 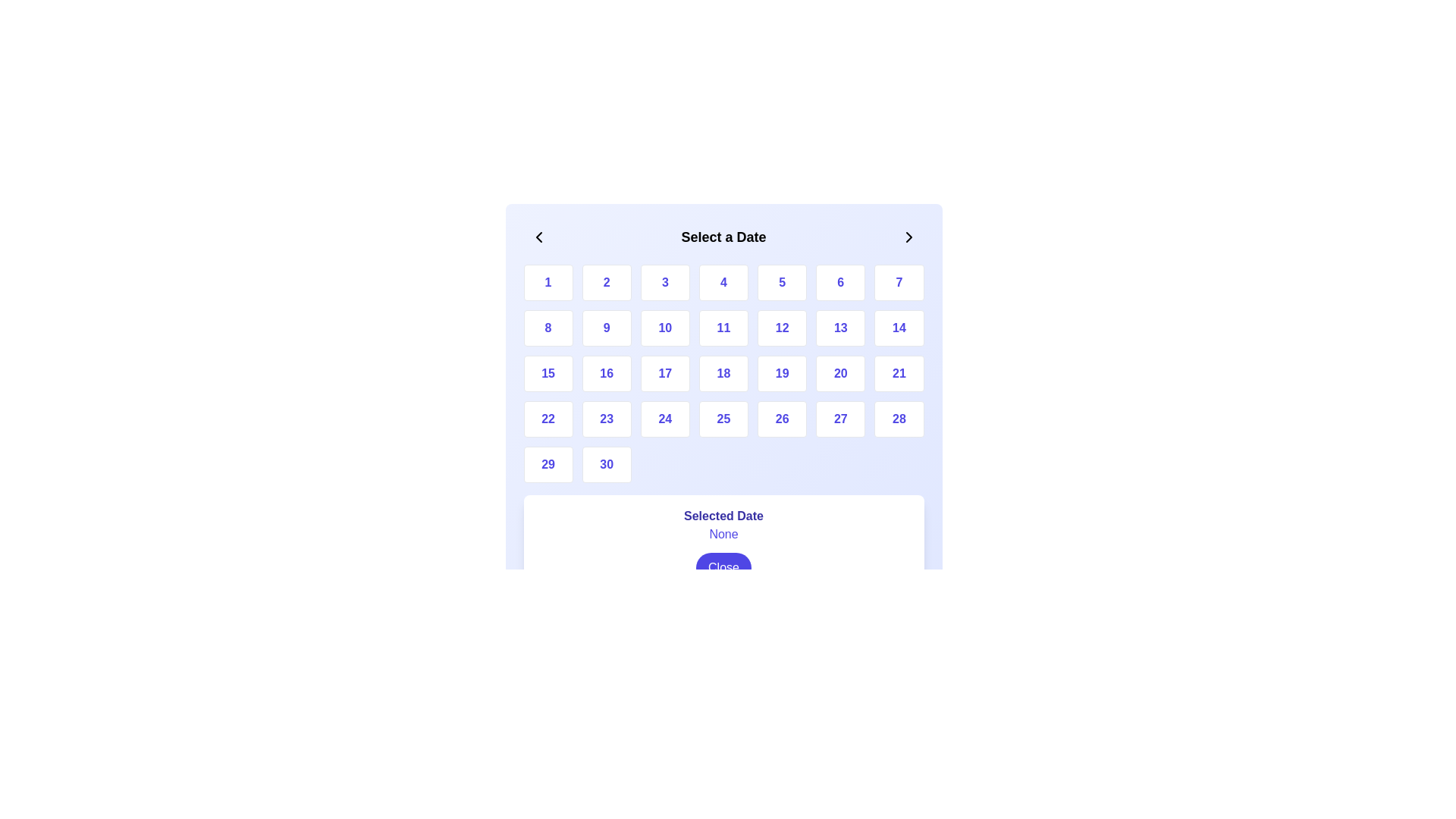 I want to click on the navigation icon located at the top-right corner of the date selection panel, adjacent to the 'Select a Date' header, so click(x=908, y=237).